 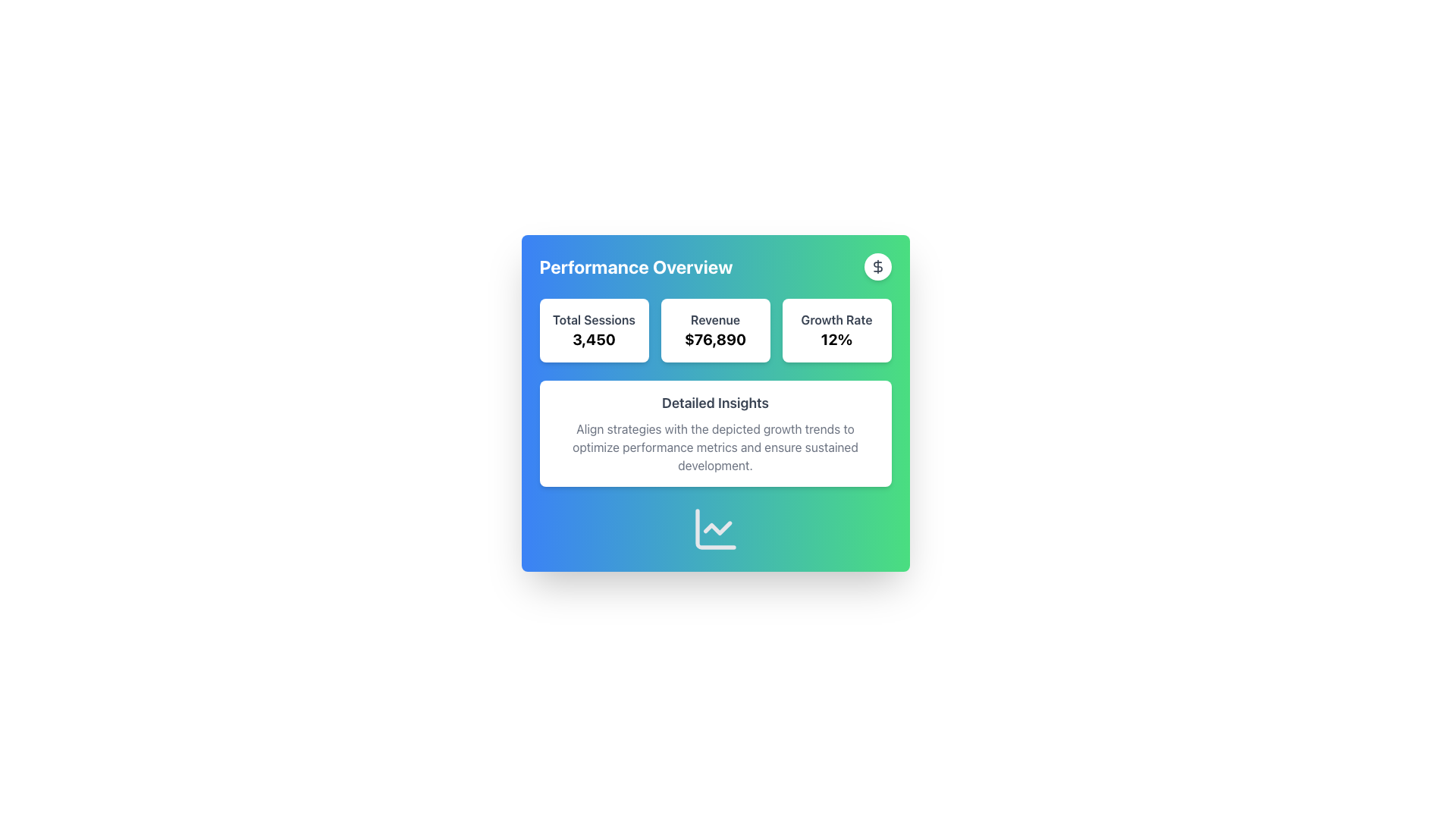 What do you see at coordinates (714, 329) in the screenshot?
I see `the 'Revenue' data card, which is a card-style UI component displaying the value '$76,890' in bold black font, located centrally within a grid layout` at bounding box center [714, 329].